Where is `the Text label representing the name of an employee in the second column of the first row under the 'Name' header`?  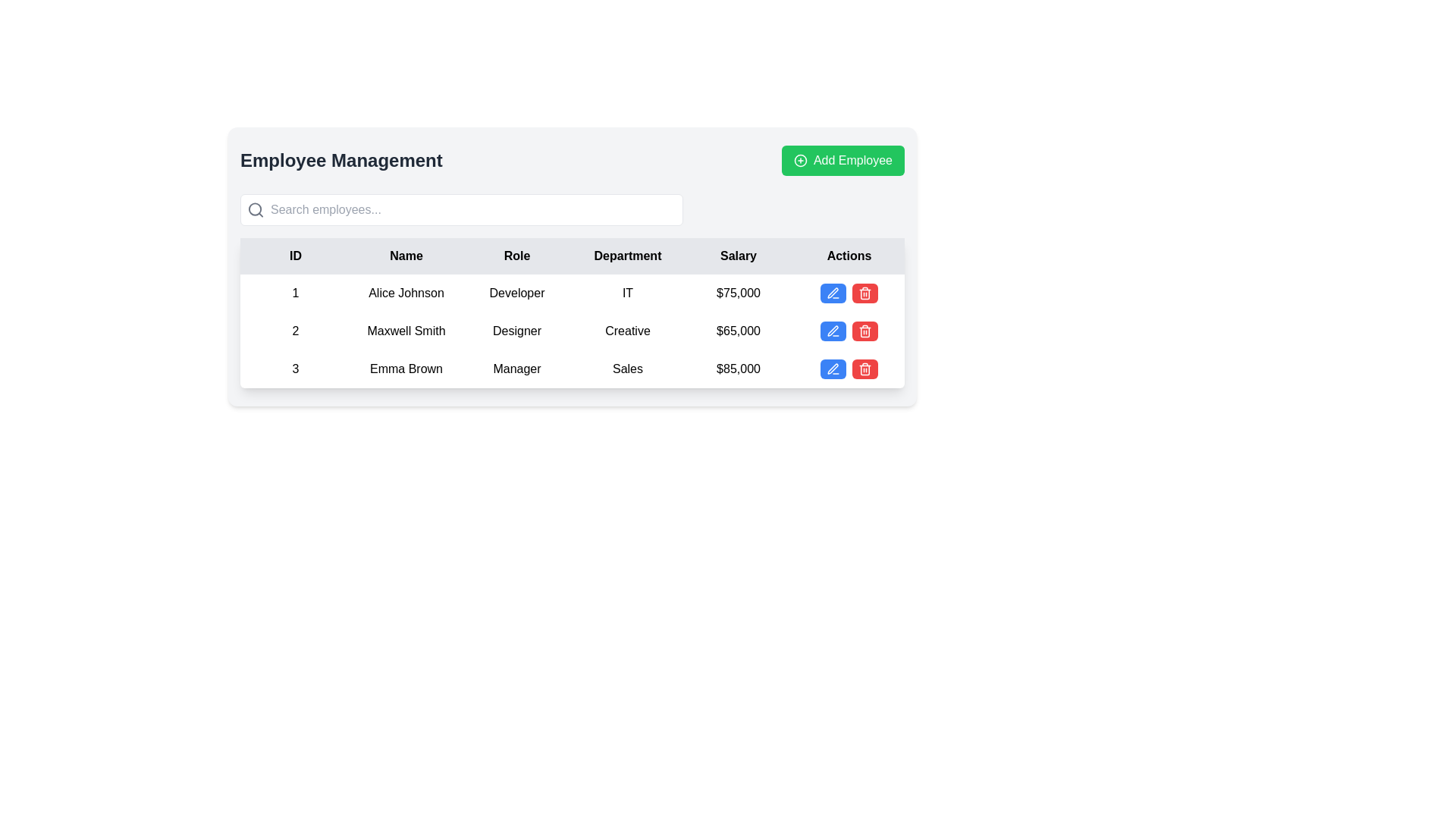
the Text label representing the name of an employee in the second column of the first row under the 'Name' header is located at coordinates (406, 293).